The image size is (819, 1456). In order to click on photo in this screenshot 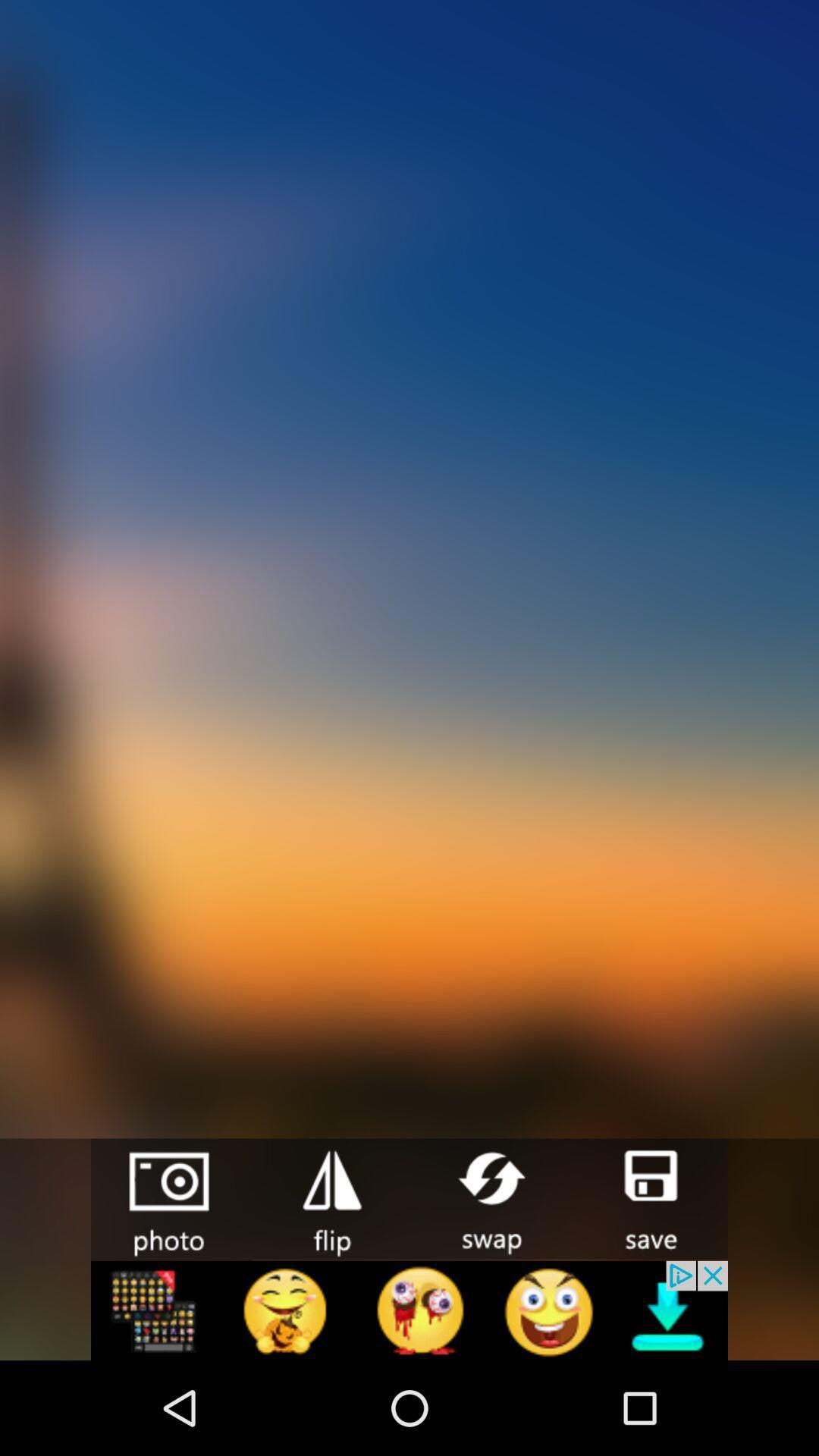, I will do `click(648, 1197)`.